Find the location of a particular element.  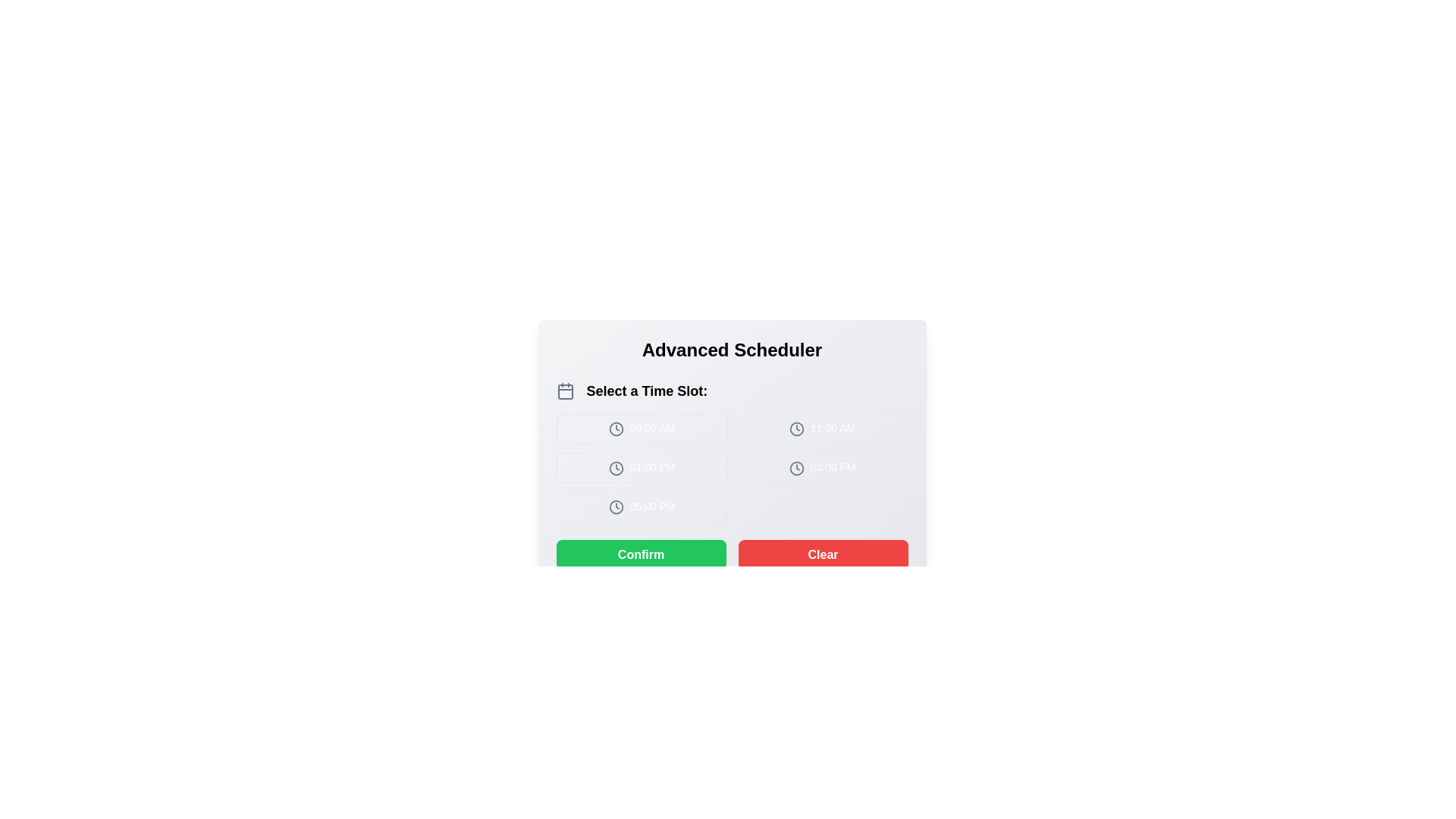

the graphical component of the clock icon representing '05:00 PM', which is located near the bottom row of time options in the interface is located at coordinates (616, 507).